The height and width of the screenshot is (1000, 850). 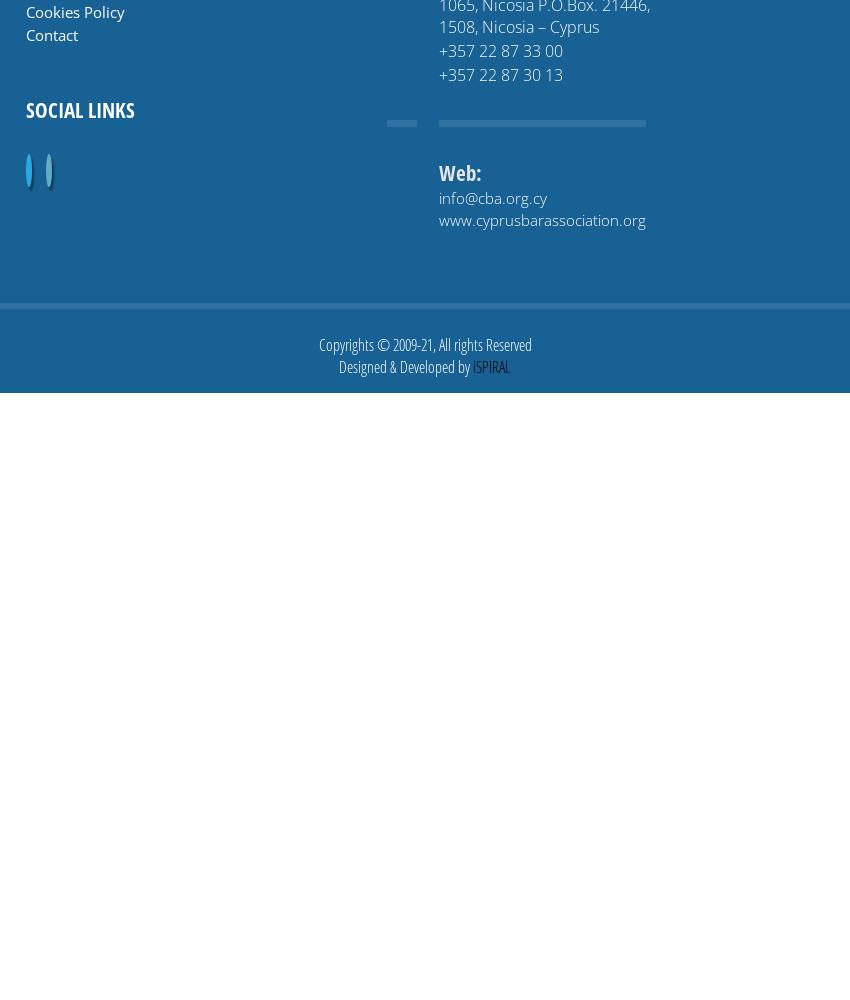 What do you see at coordinates (79, 109) in the screenshot?
I see `'Social links'` at bounding box center [79, 109].